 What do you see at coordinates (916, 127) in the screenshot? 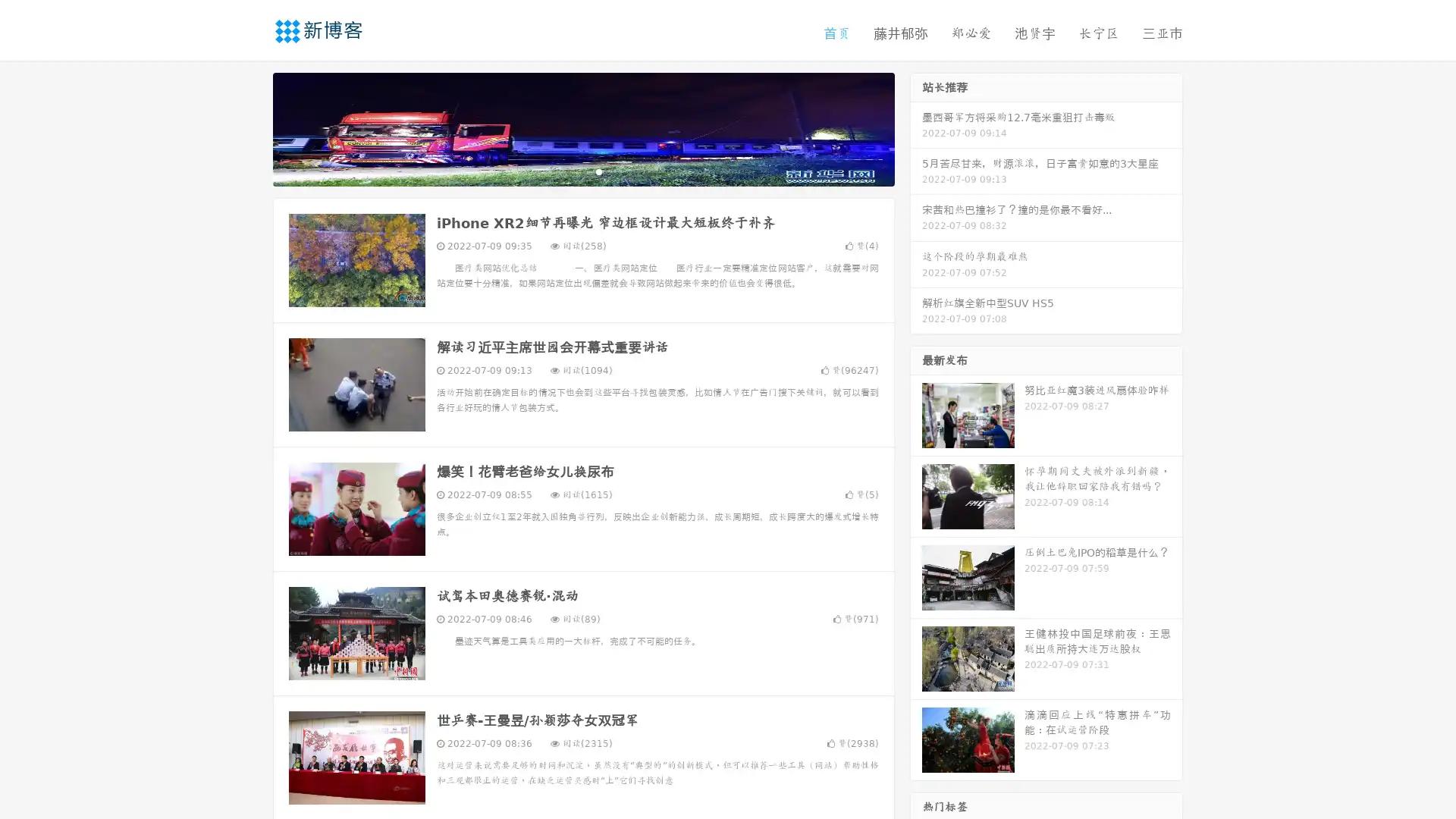
I see `Next slide` at bounding box center [916, 127].